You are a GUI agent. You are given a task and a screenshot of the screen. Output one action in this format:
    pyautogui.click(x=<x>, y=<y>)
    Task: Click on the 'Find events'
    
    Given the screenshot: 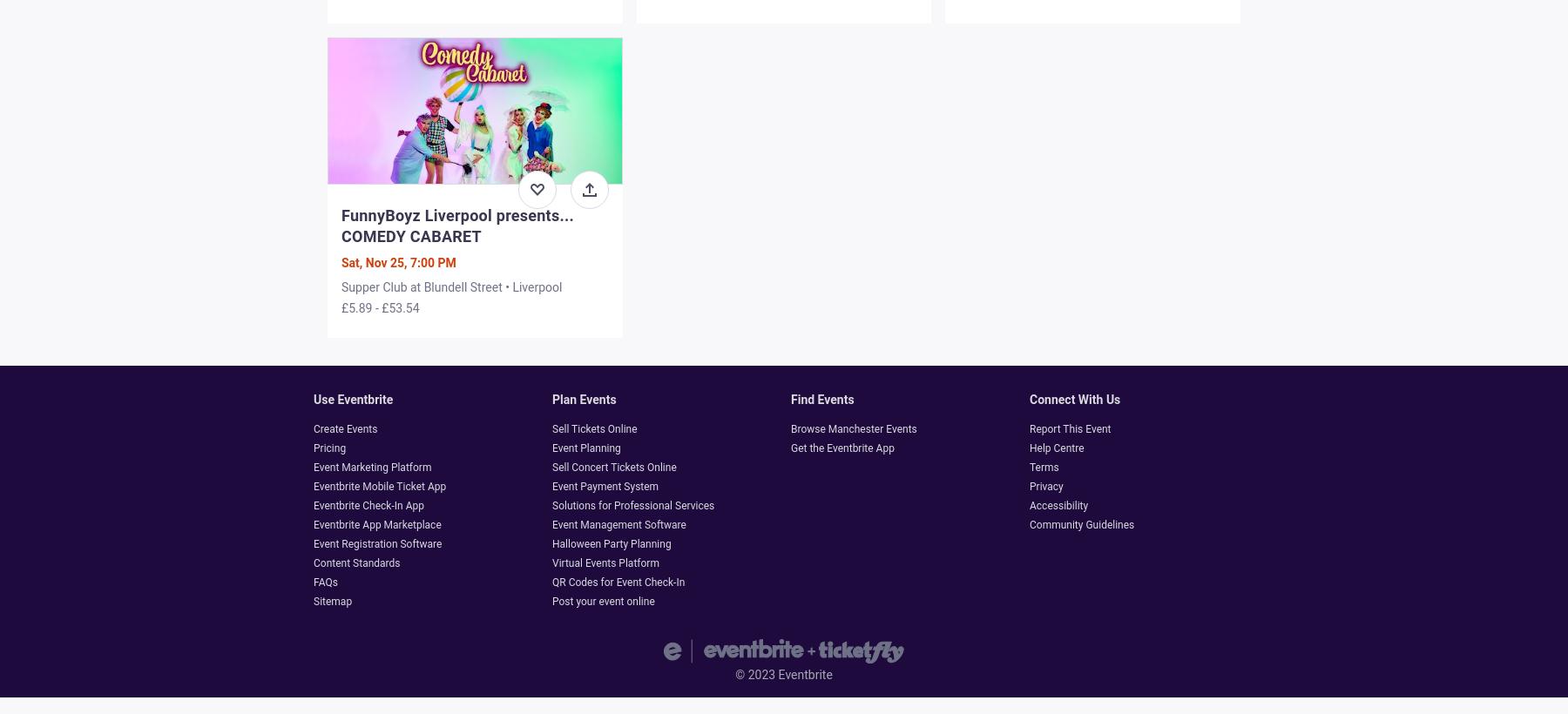 What is the action you would take?
    pyautogui.click(x=821, y=399)
    